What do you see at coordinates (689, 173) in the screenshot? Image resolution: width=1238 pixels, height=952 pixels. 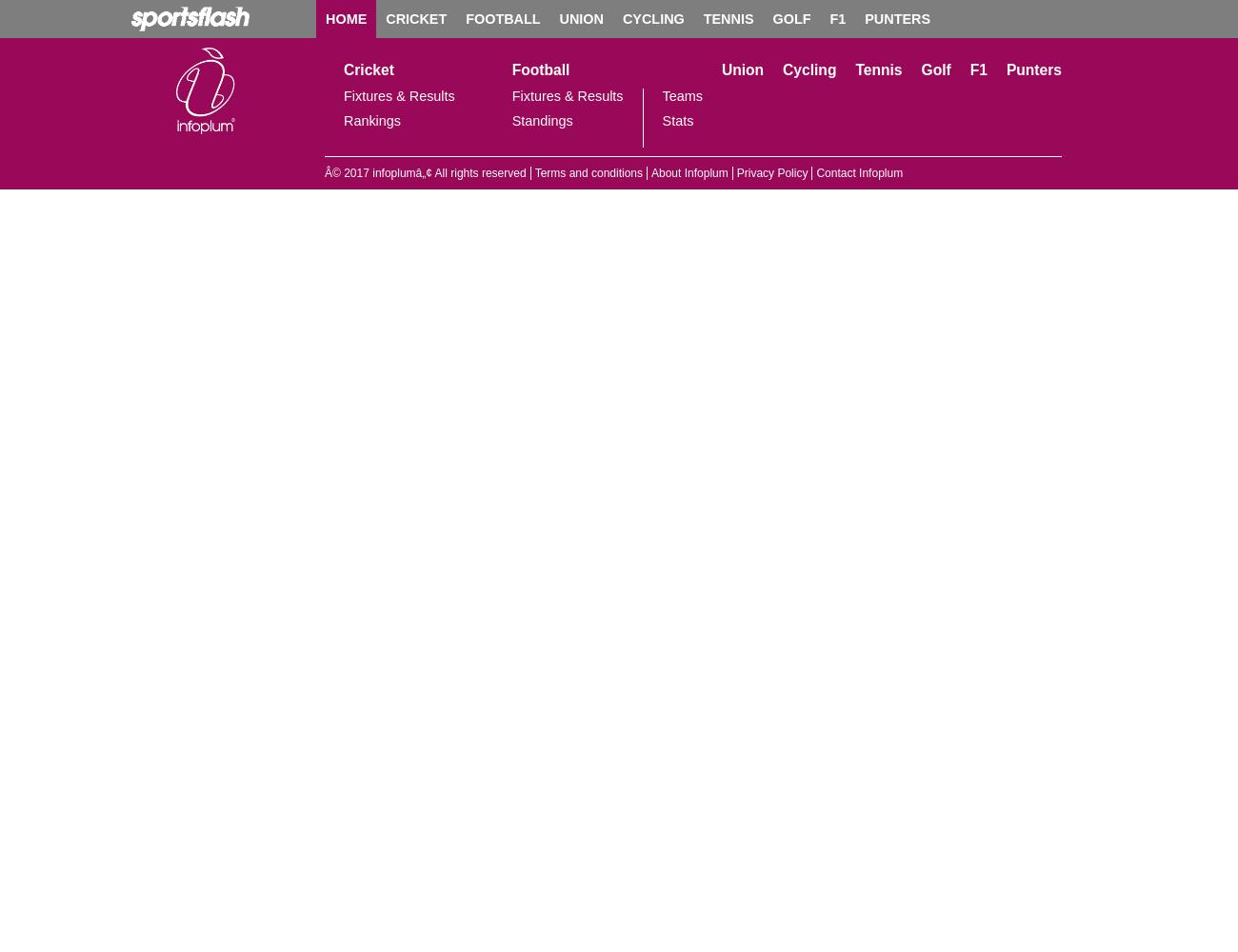 I see `'About Infoplum'` at bounding box center [689, 173].